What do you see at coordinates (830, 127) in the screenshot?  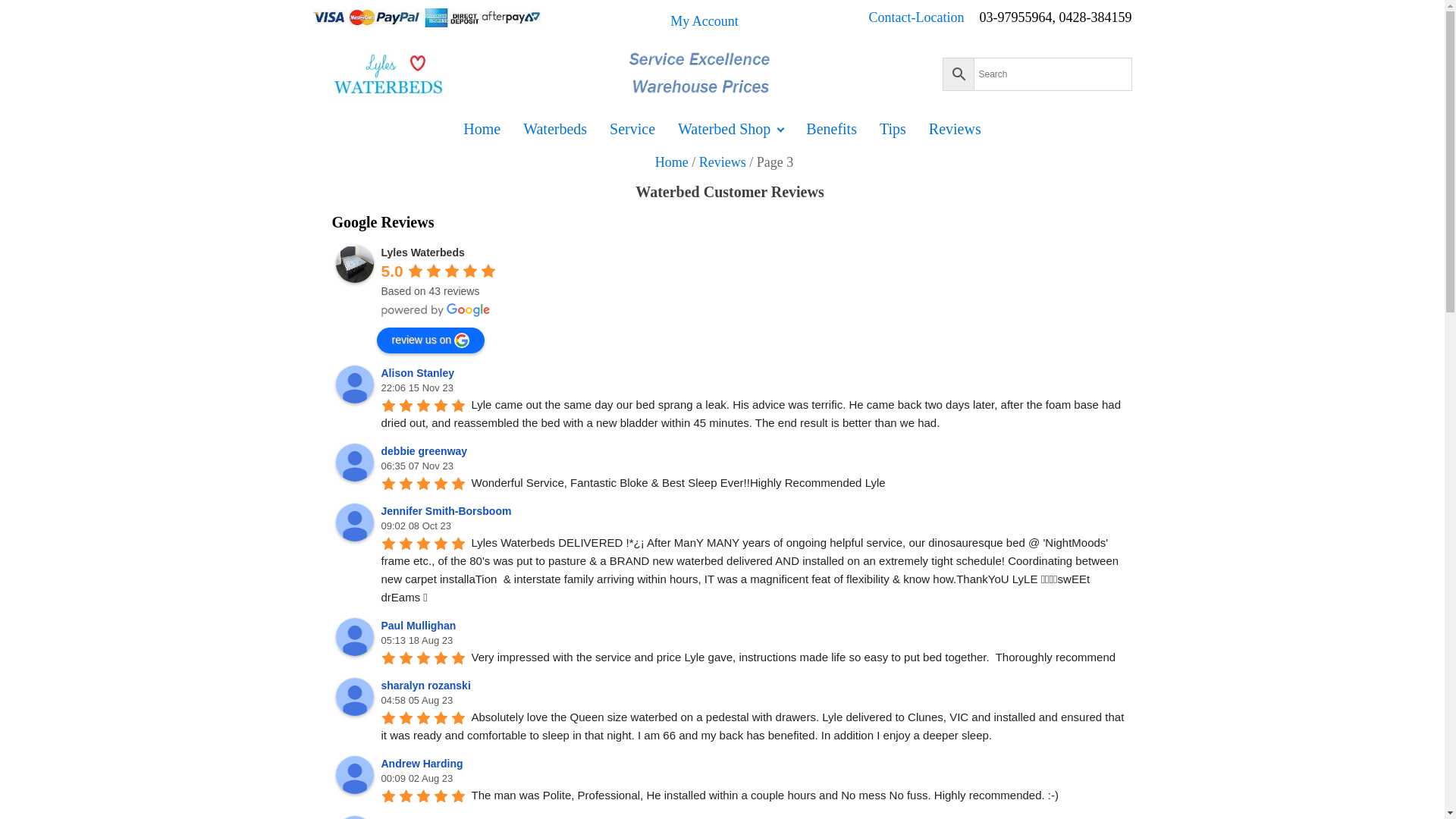 I see `'Benefits'` at bounding box center [830, 127].